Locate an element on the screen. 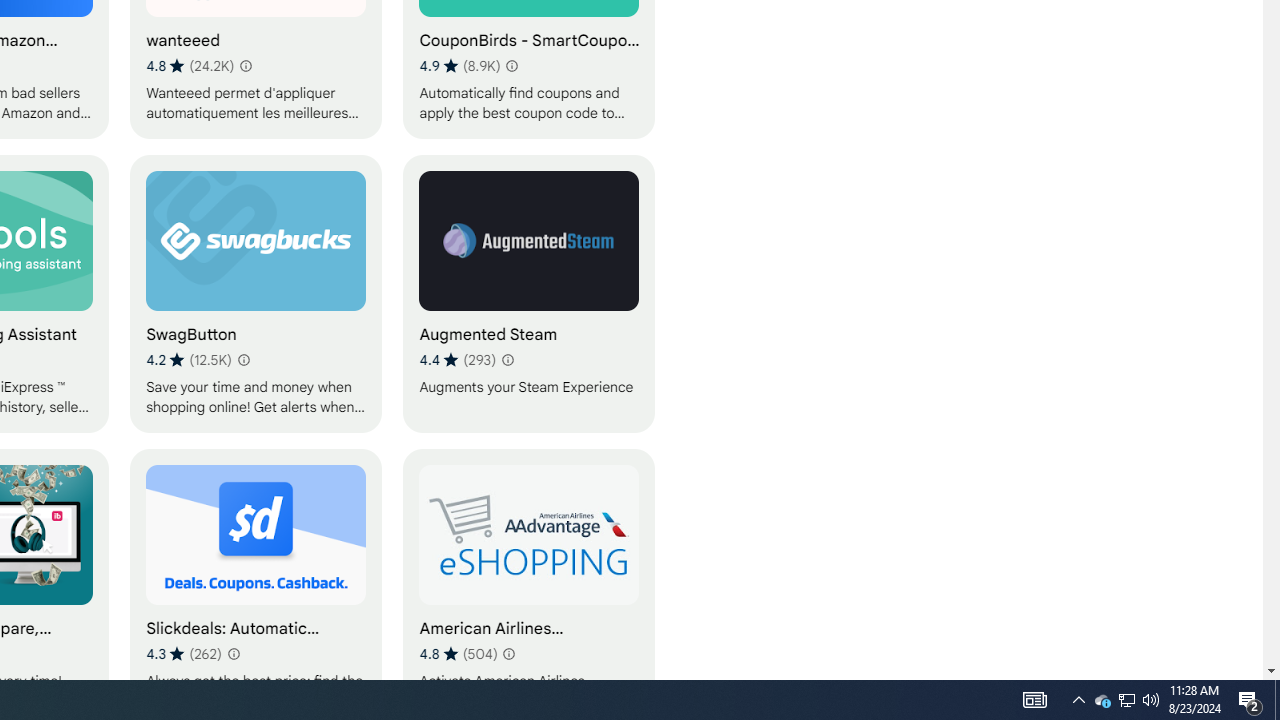 Image resolution: width=1280 pixels, height=720 pixels. 'Learn more about results and reviews "wanteeed"' is located at coordinates (244, 64).